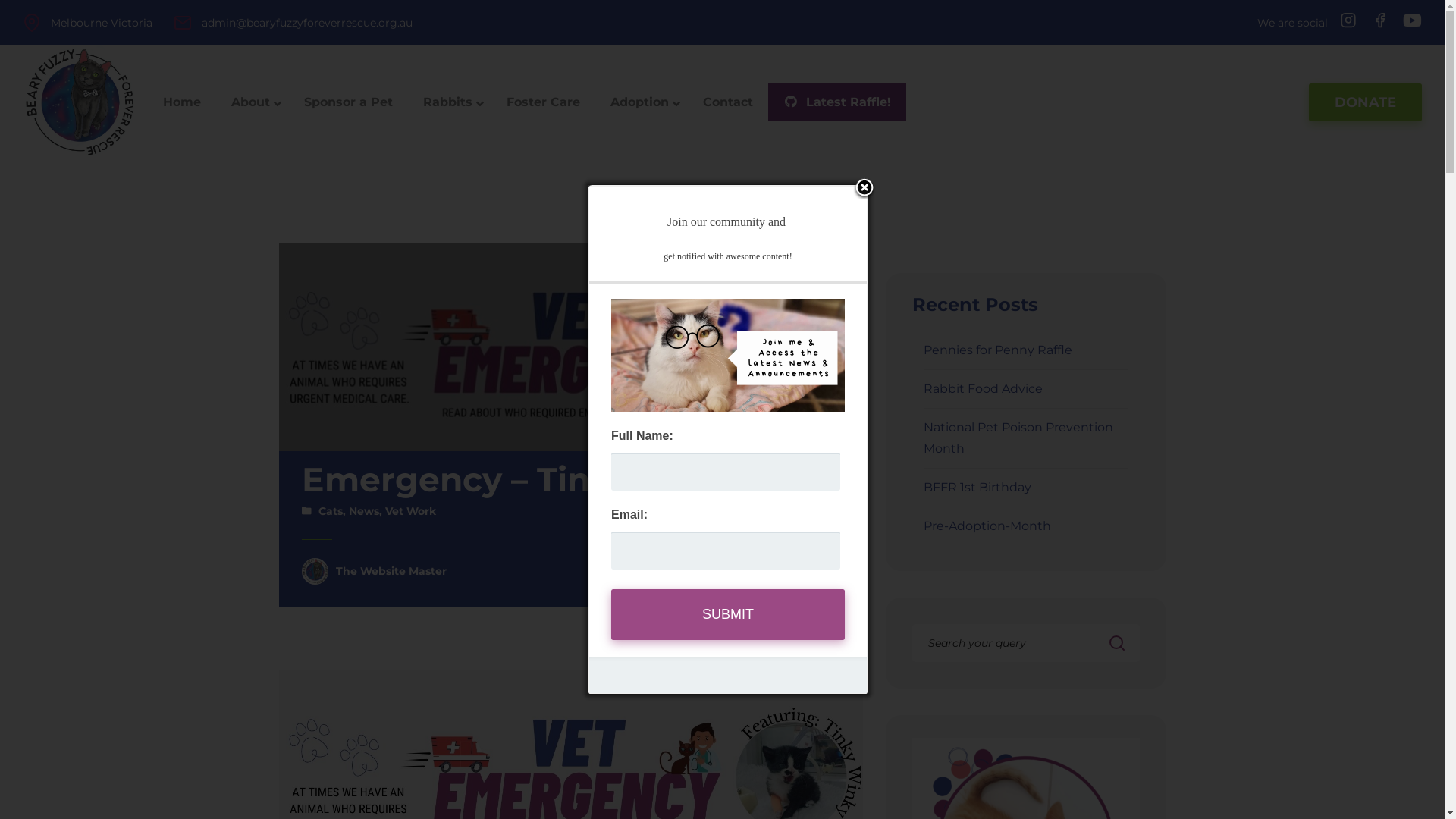 Image resolution: width=1456 pixels, height=819 pixels. Describe the element at coordinates (252, 102) in the screenshot. I see `'About'` at that location.